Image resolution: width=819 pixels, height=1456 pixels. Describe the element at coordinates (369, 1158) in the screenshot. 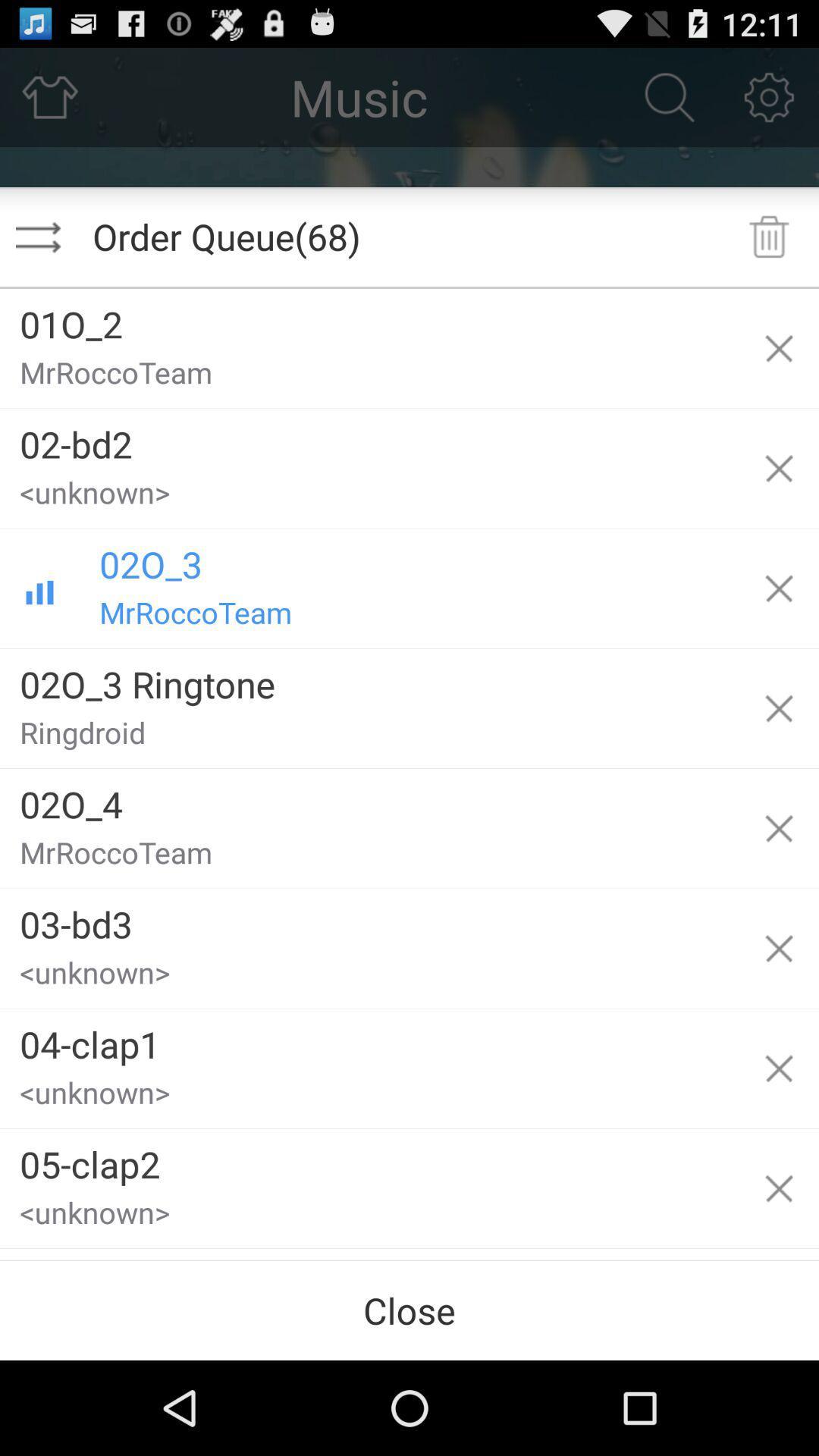

I see `the item above <unknown> item` at that location.